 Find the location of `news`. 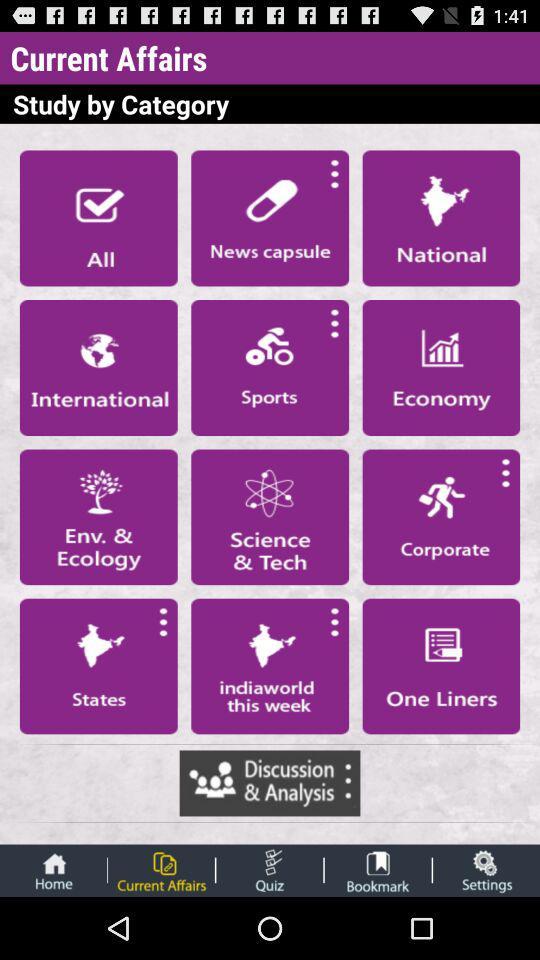

news is located at coordinates (270, 218).